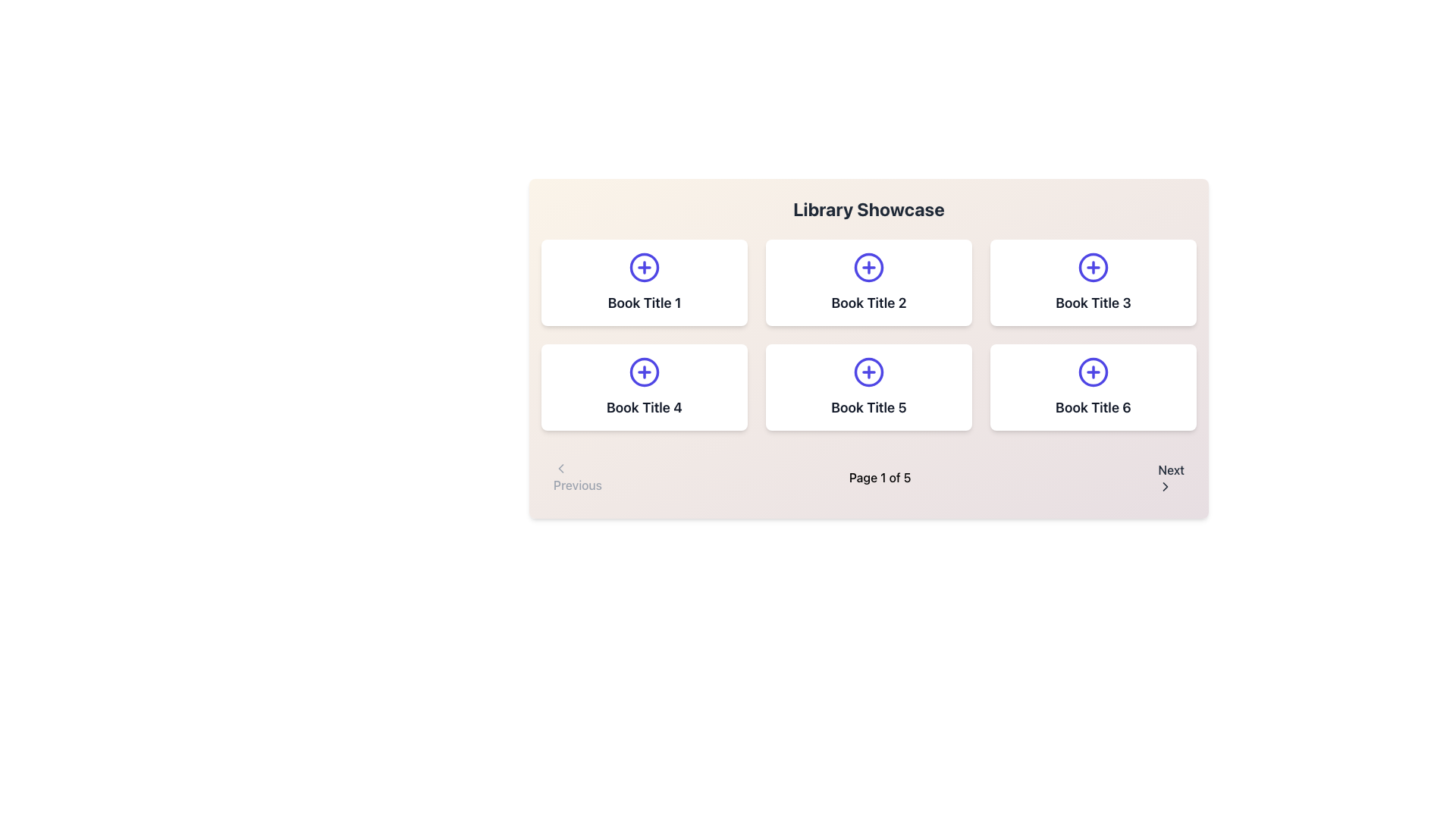  Describe the element at coordinates (644, 406) in the screenshot. I see `the text label reading 'Book Title 4' located in the bottom-left card of a 3x2 grid layout, characterized by a large bold font and dark gray color` at that location.